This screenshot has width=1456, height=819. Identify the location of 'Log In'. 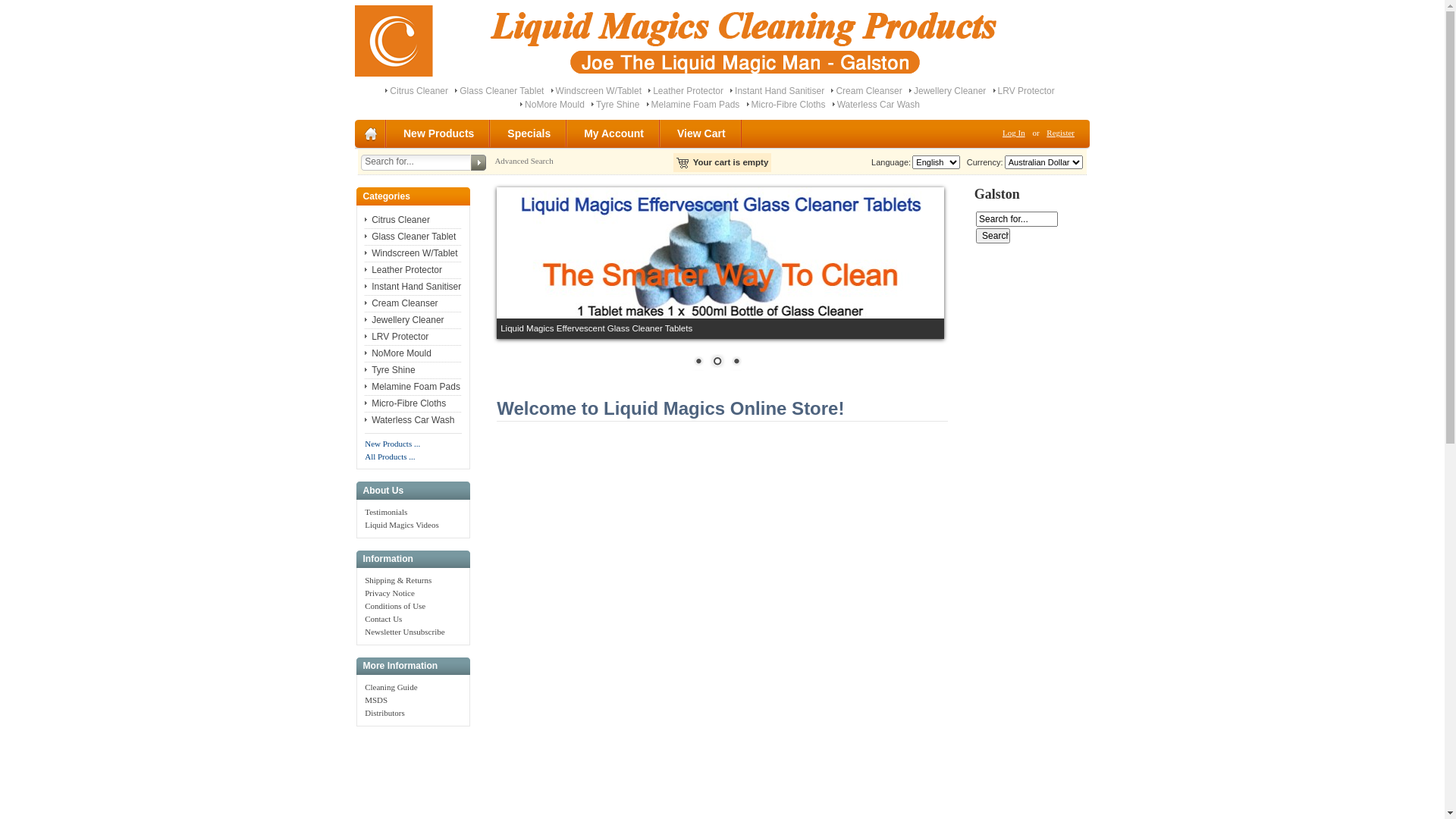
(997, 131).